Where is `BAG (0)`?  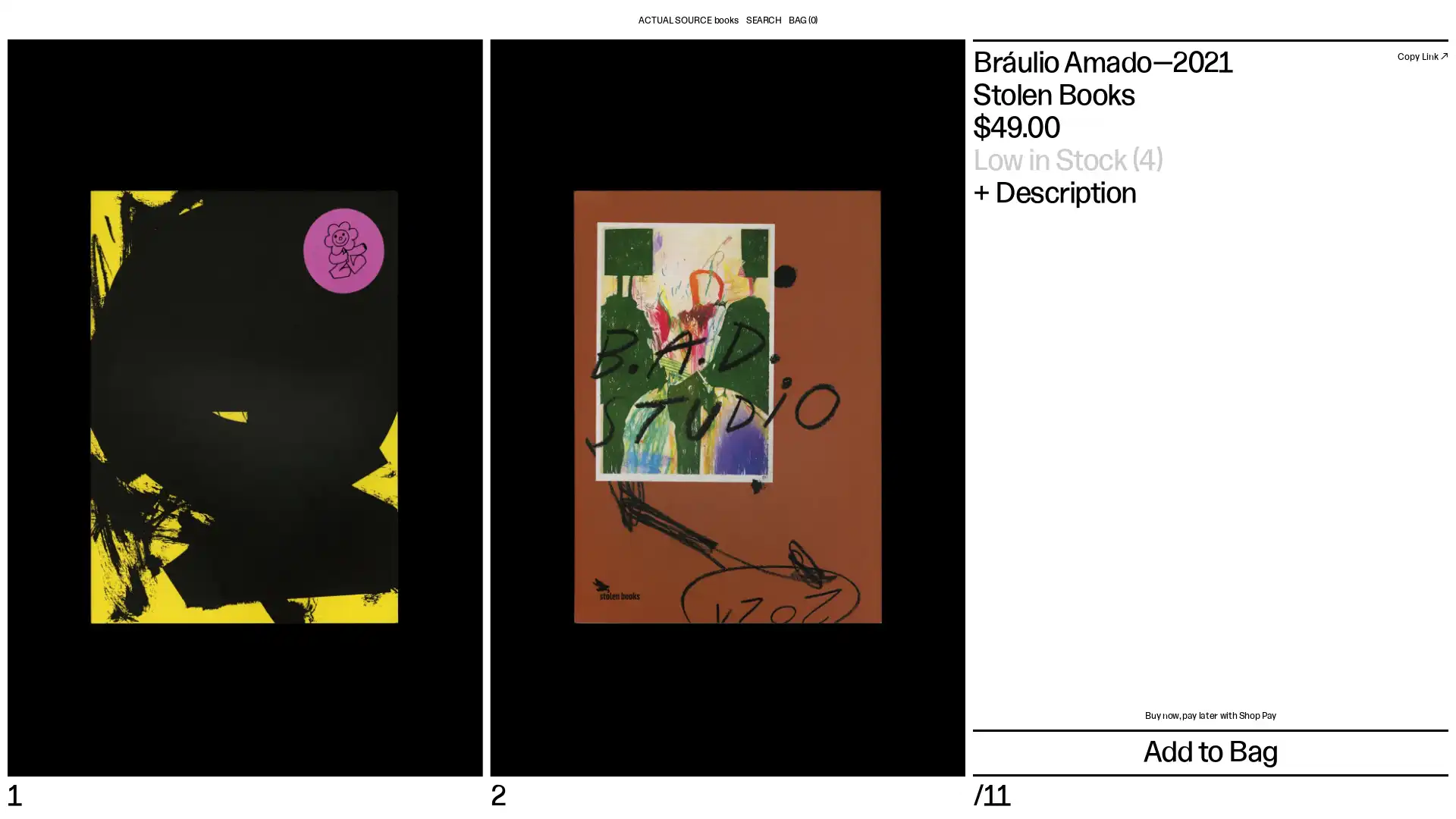
BAG (0) is located at coordinates (802, 20).